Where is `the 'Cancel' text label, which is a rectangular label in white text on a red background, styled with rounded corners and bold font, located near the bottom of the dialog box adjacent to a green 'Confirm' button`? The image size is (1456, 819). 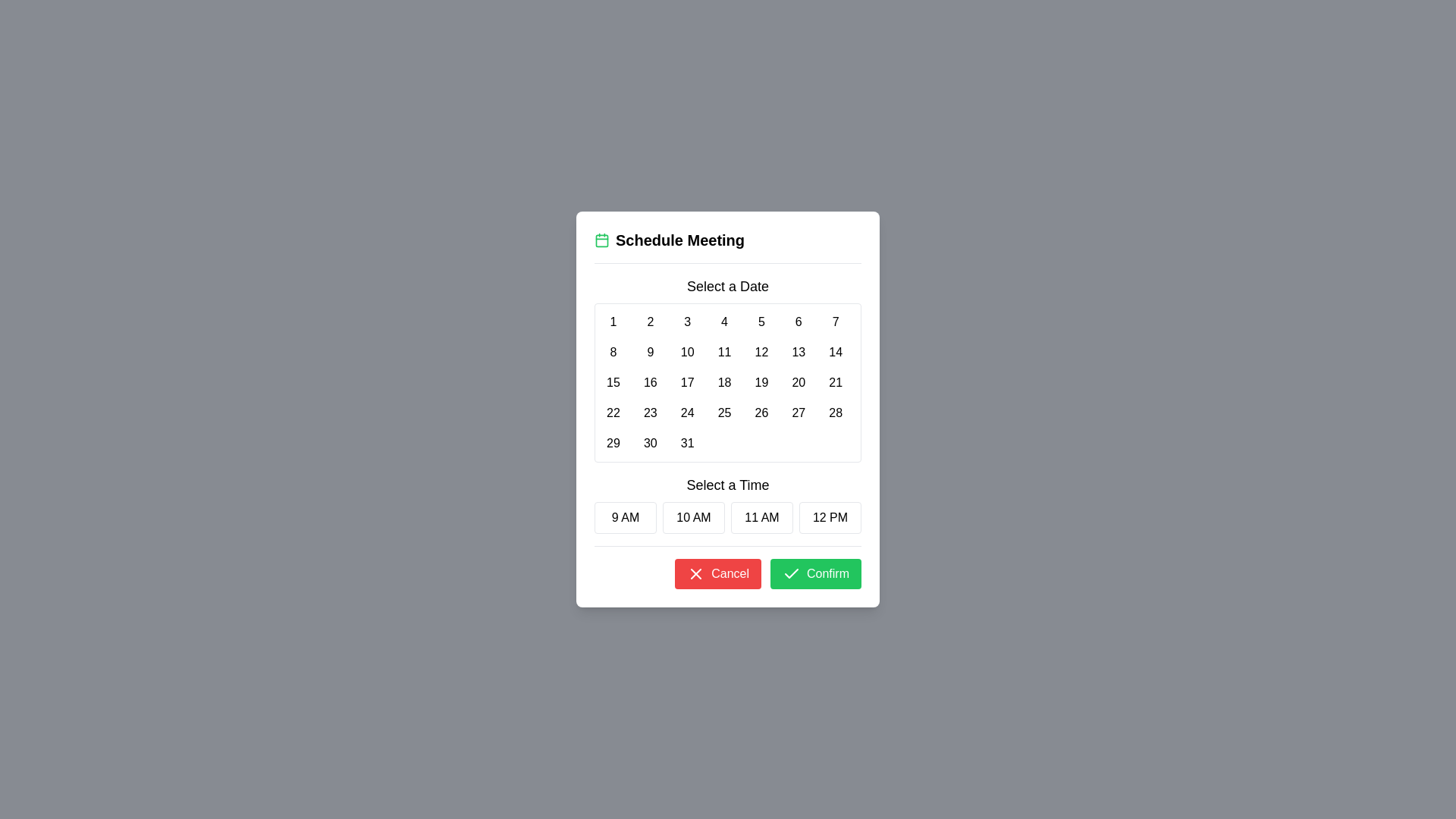
the 'Cancel' text label, which is a rectangular label in white text on a red background, styled with rounded corners and bold font, located near the bottom of the dialog box adjacent to a green 'Confirm' button is located at coordinates (730, 573).